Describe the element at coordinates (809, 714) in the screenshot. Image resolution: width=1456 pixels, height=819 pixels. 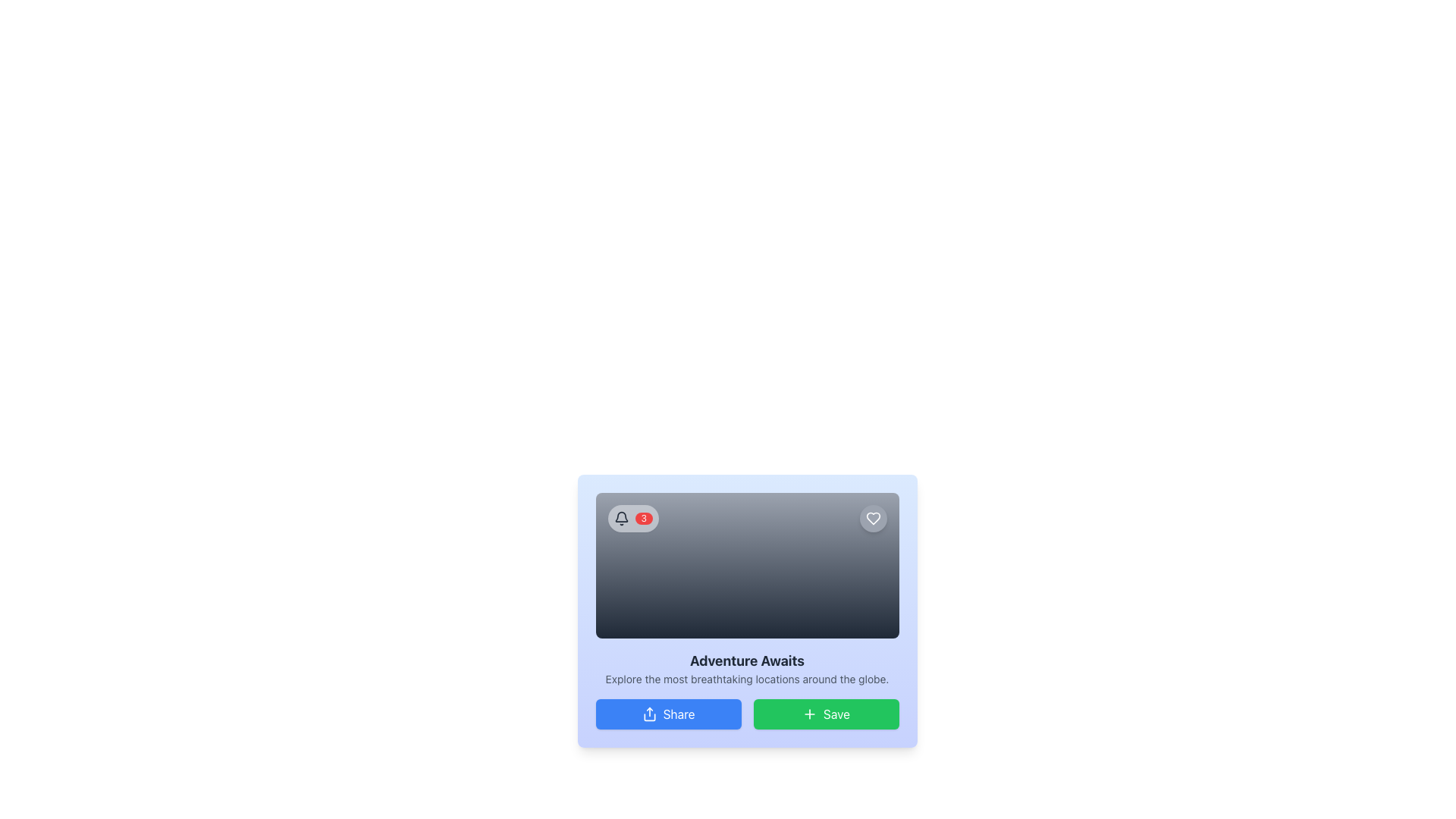
I see `the icon within the green 'Save' button, which is located to the right of the blue 'Share' button at the bottom of the card layout` at that location.